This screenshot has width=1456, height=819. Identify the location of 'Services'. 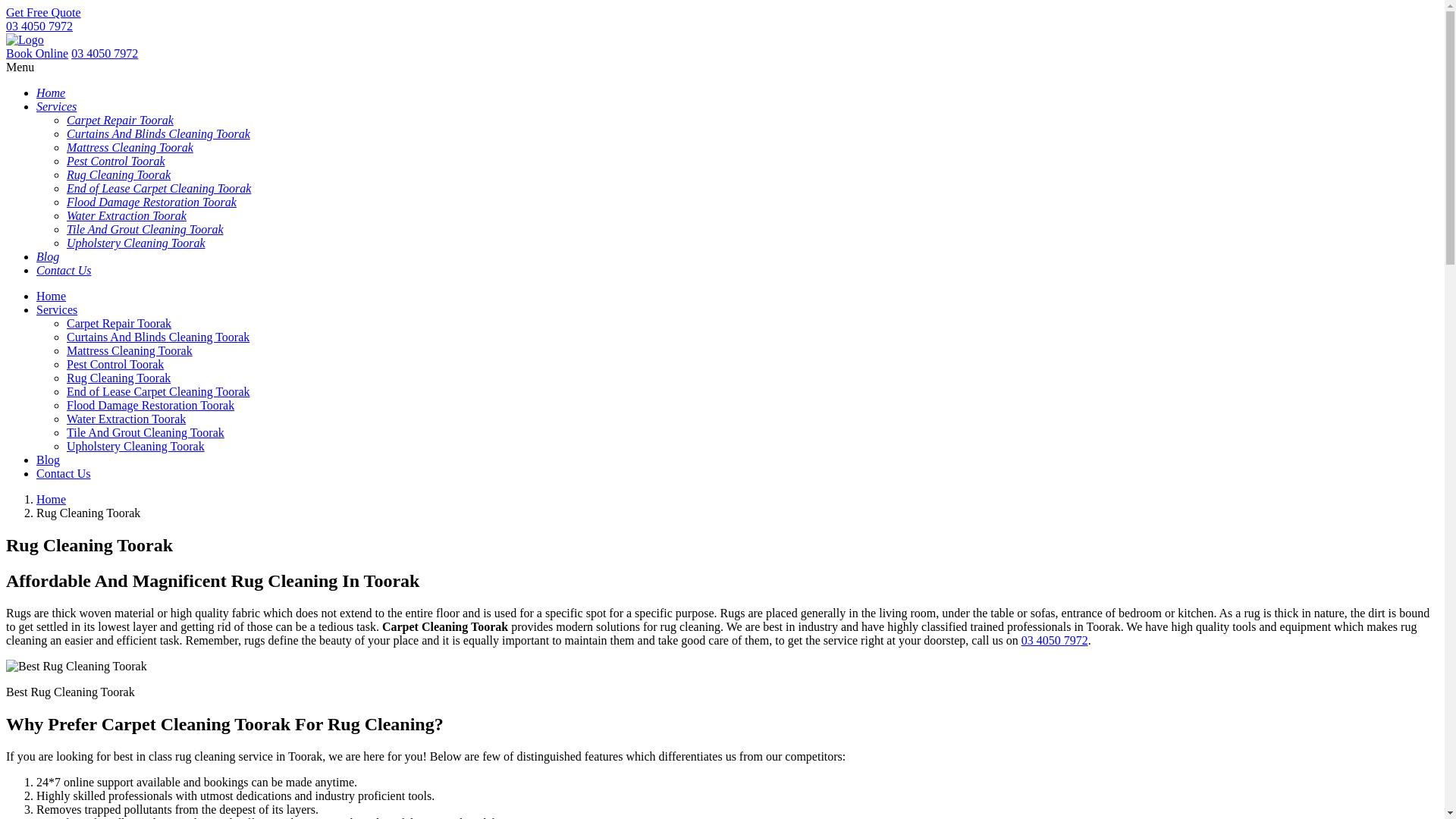
(57, 309).